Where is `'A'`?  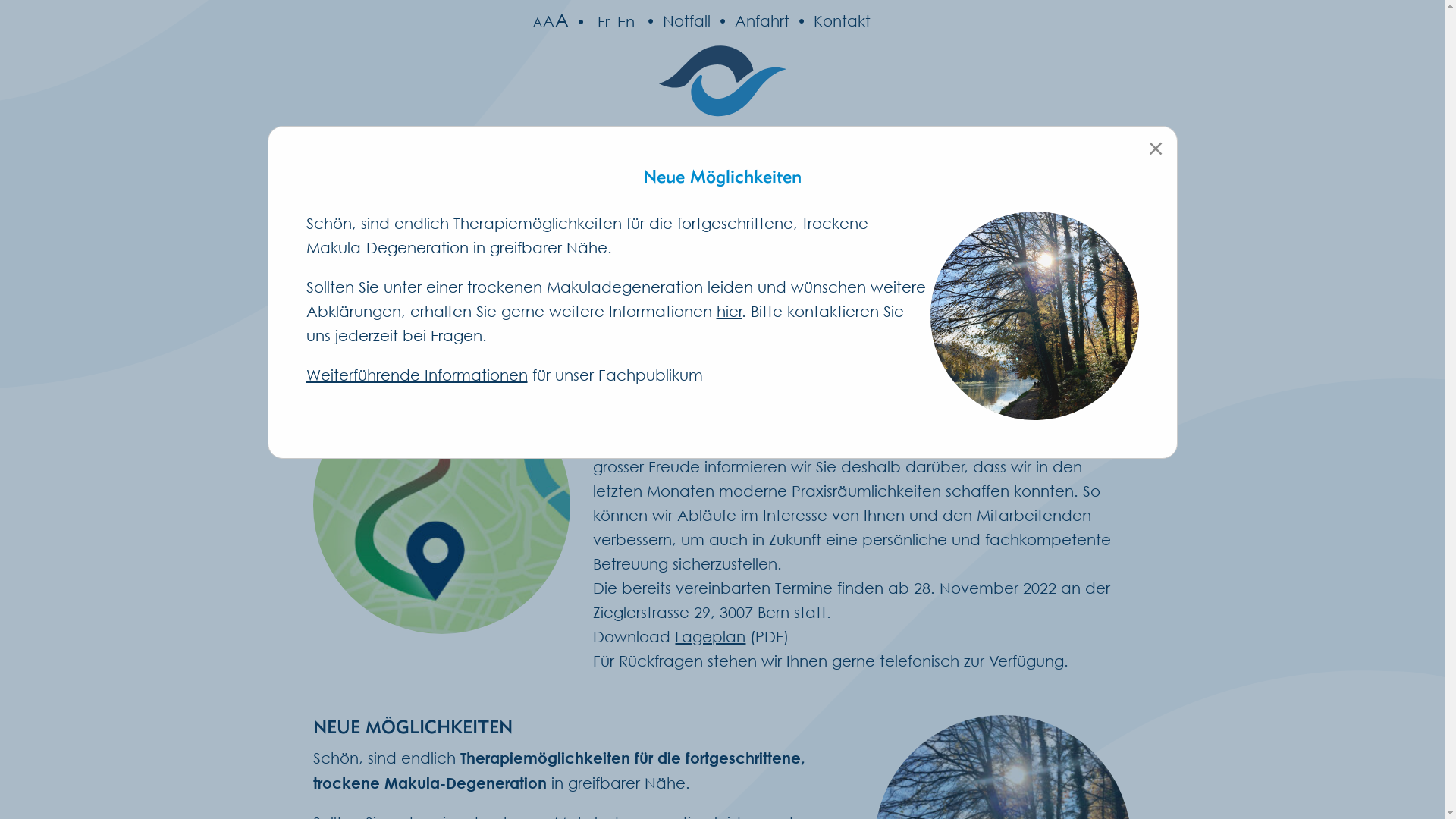 'A' is located at coordinates (542, 20).